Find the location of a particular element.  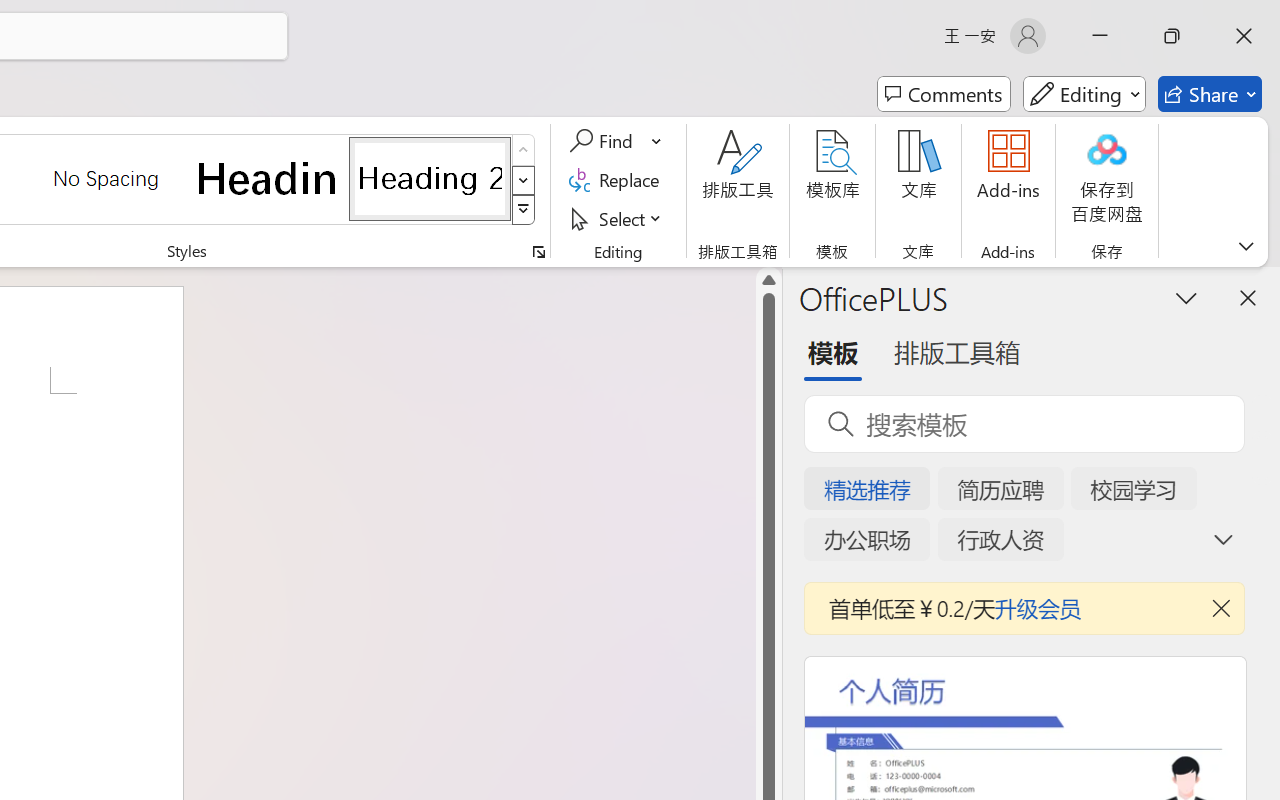

'Ribbon Display Options' is located at coordinates (1245, 245).